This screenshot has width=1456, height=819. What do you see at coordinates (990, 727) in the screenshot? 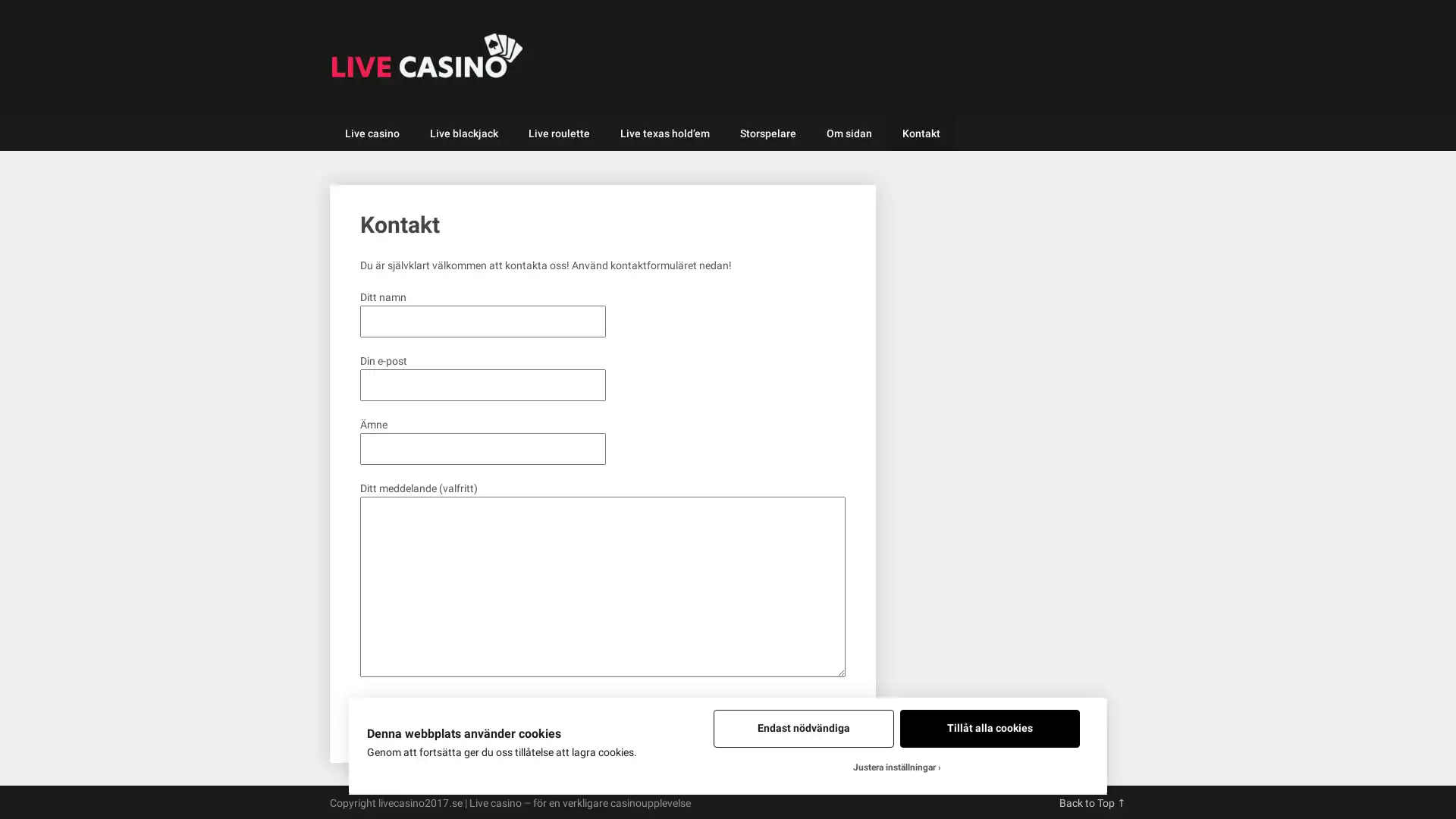
I see `Tillat alla cookies` at bounding box center [990, 727].